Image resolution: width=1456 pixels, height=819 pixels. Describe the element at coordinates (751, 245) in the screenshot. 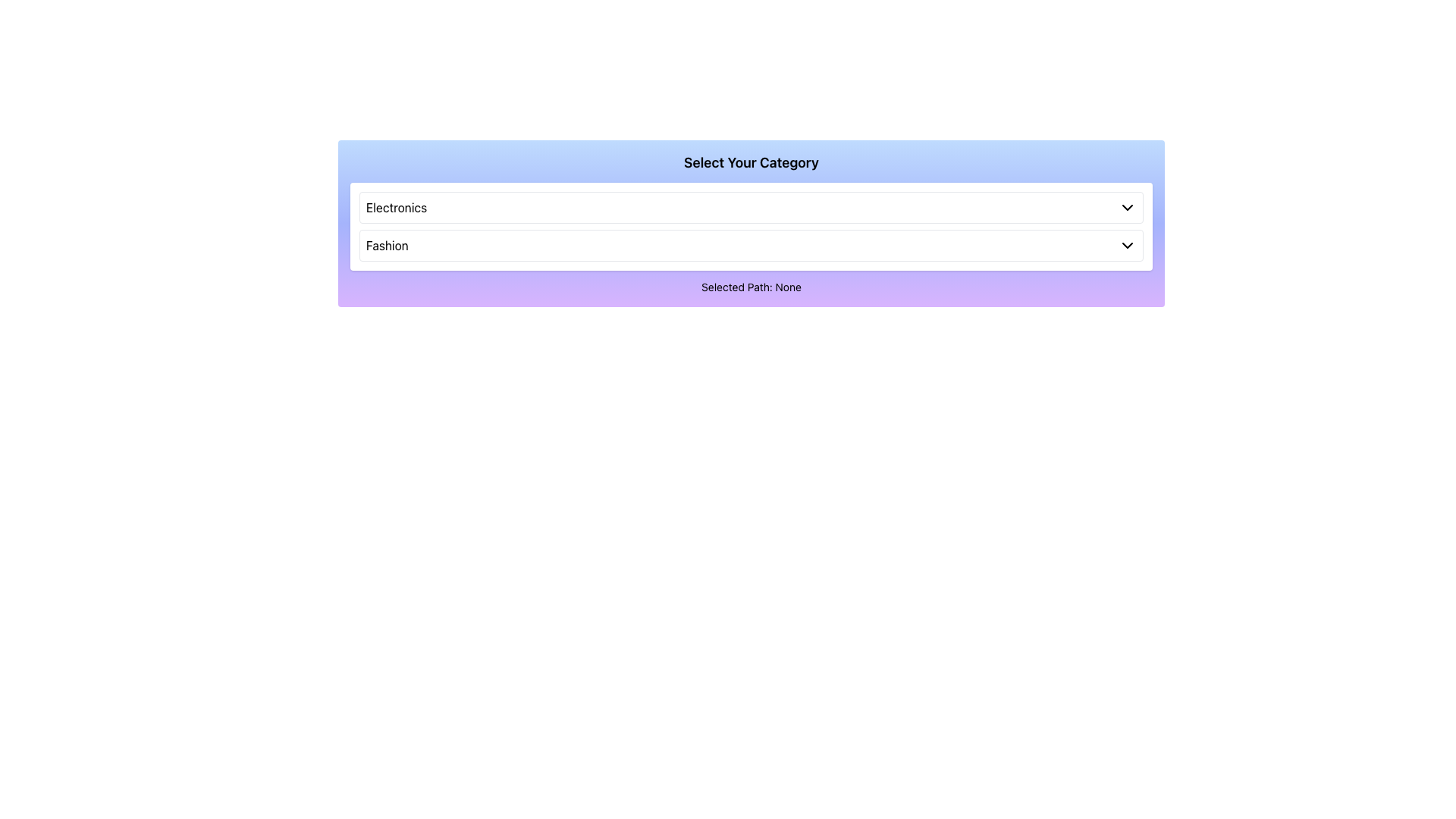

I see `the 'Fashion' selectable list item located below the 'Electronics' option in the dropdown menu` at that location.